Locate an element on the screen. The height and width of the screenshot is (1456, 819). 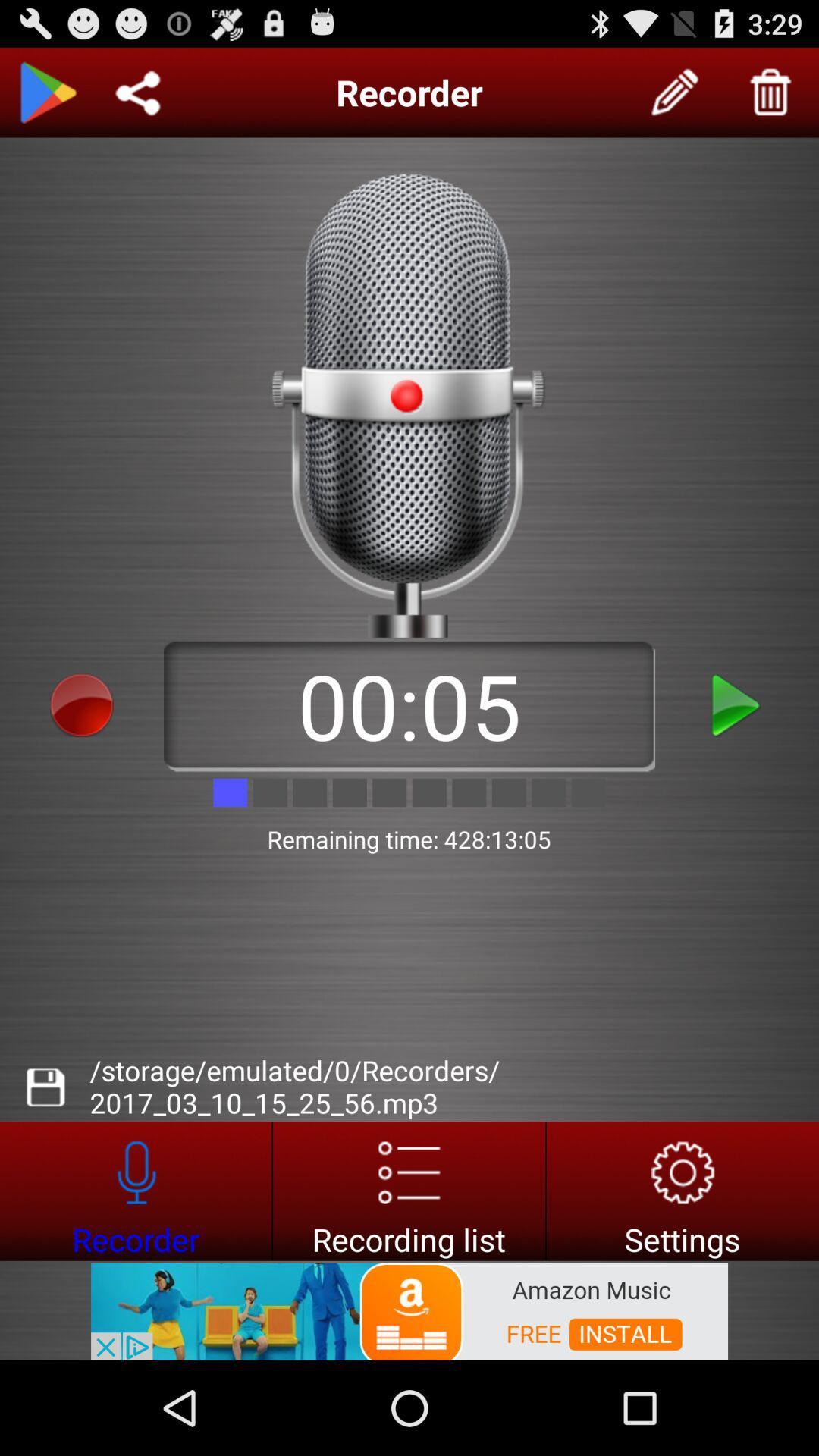
advertisement is located at coordinates (135, 1190).